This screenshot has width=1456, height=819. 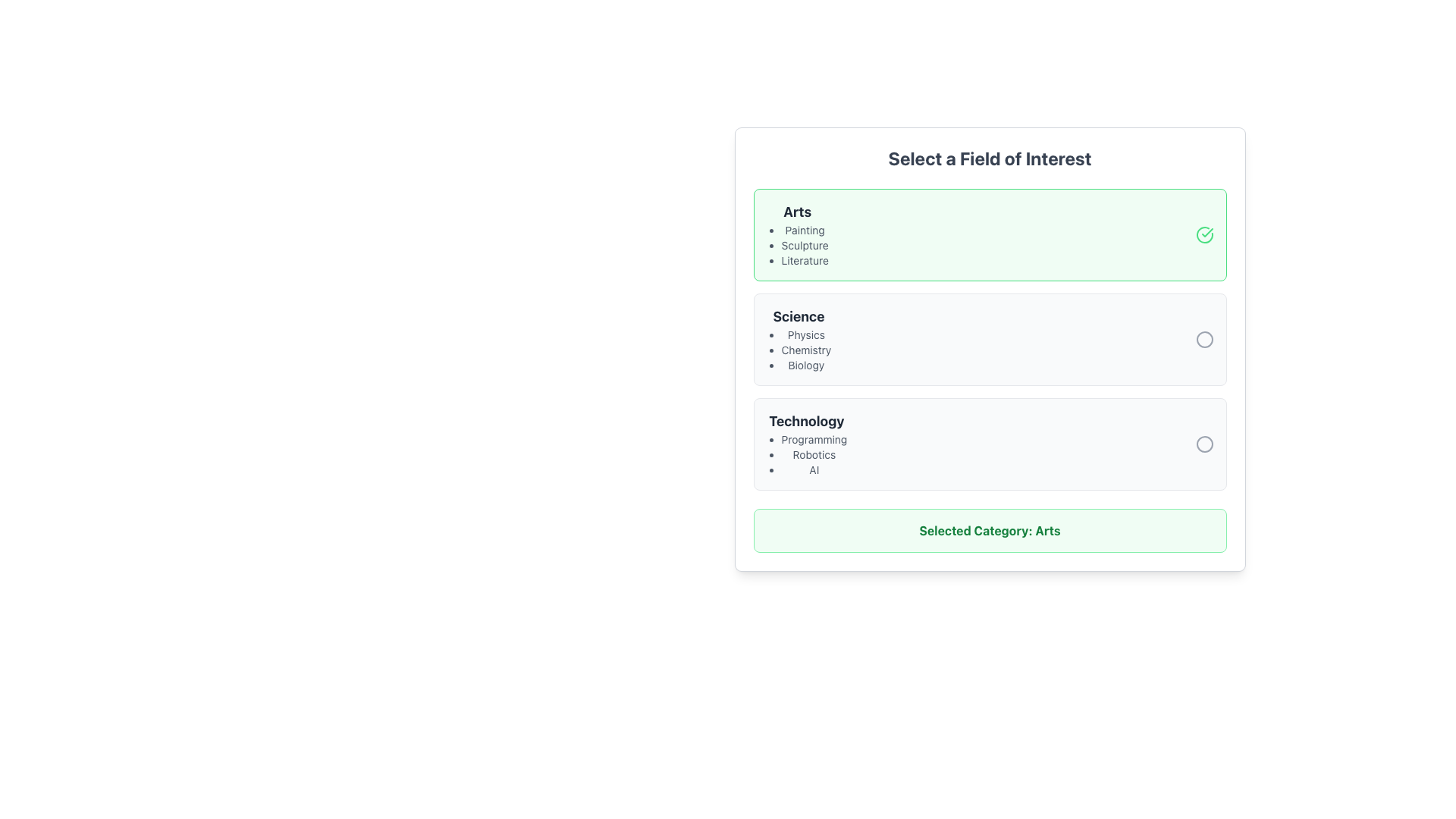 What do you see at coordinates (990, 529) in the screenshot?
I see `text displayed in the Text Label indicating the currently selected category, which is 'Arts'. This label is located beneath the category list and is visually confirmed by a green outline` at bounding box center [990, 529].